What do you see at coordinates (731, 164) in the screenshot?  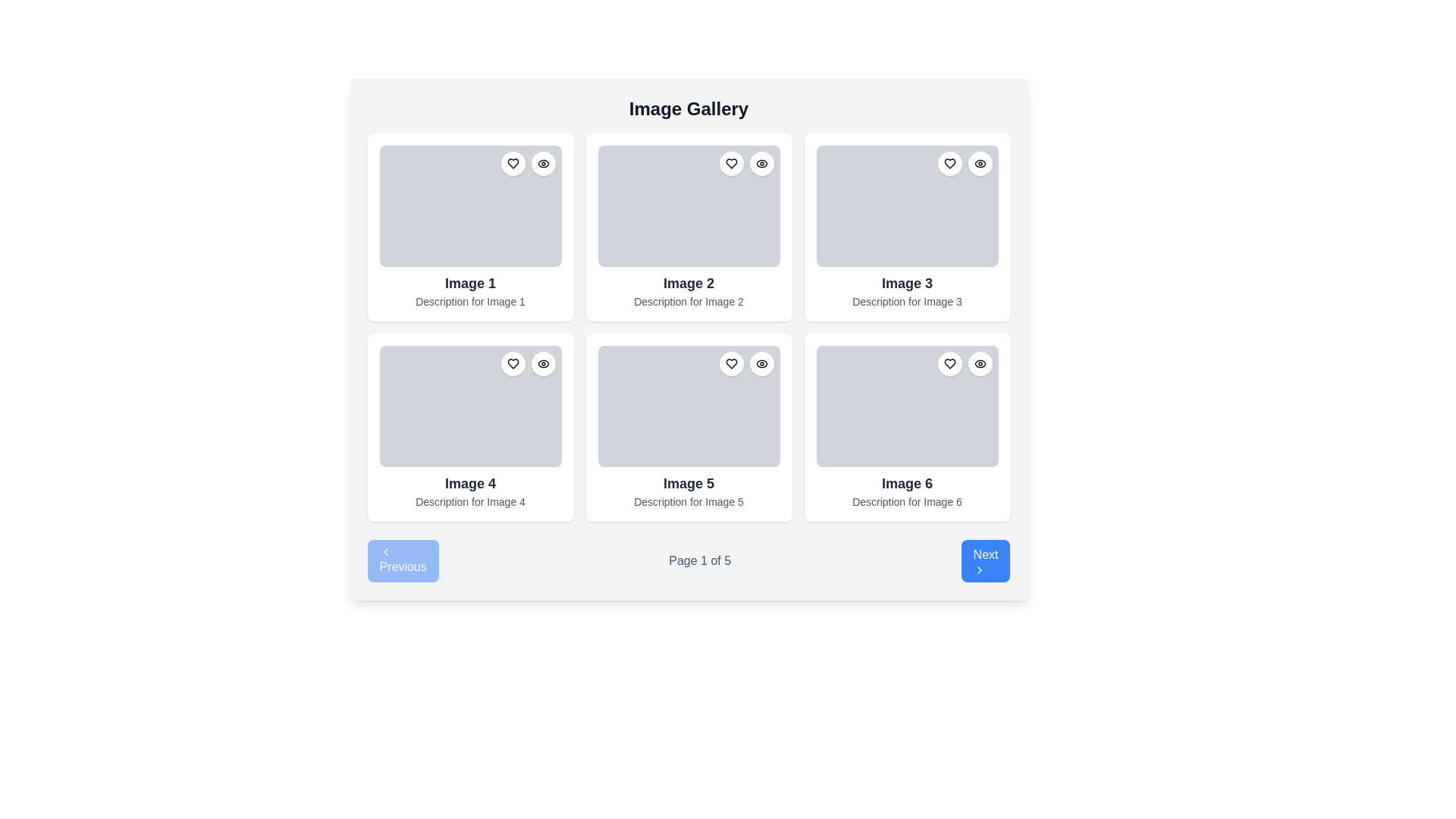 I see `the stylized heart icon` at bounding box center [731, 164].